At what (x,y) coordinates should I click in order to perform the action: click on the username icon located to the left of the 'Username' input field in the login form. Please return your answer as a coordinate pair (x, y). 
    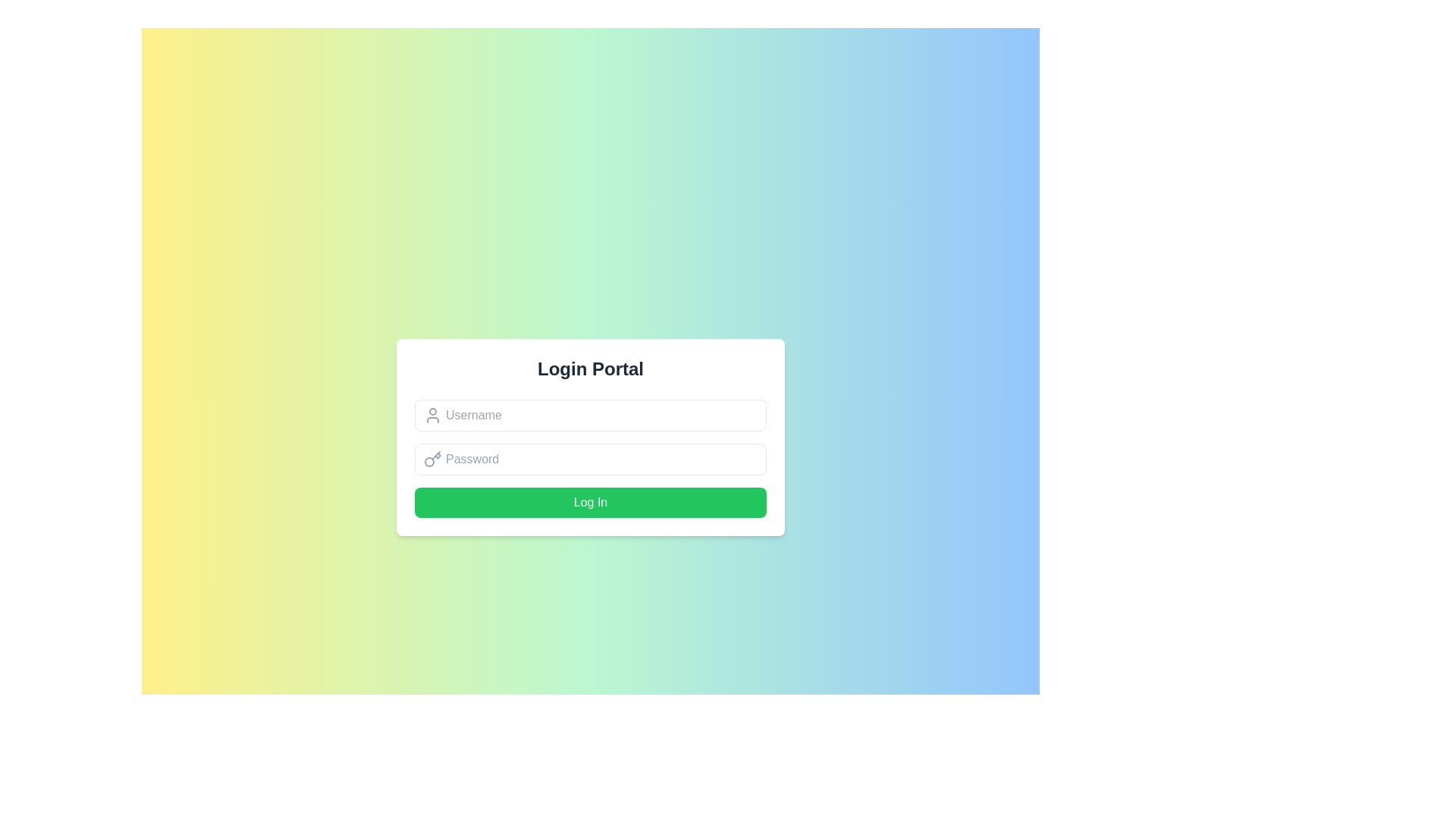
    Looking at the image, I should click on (432, 415).